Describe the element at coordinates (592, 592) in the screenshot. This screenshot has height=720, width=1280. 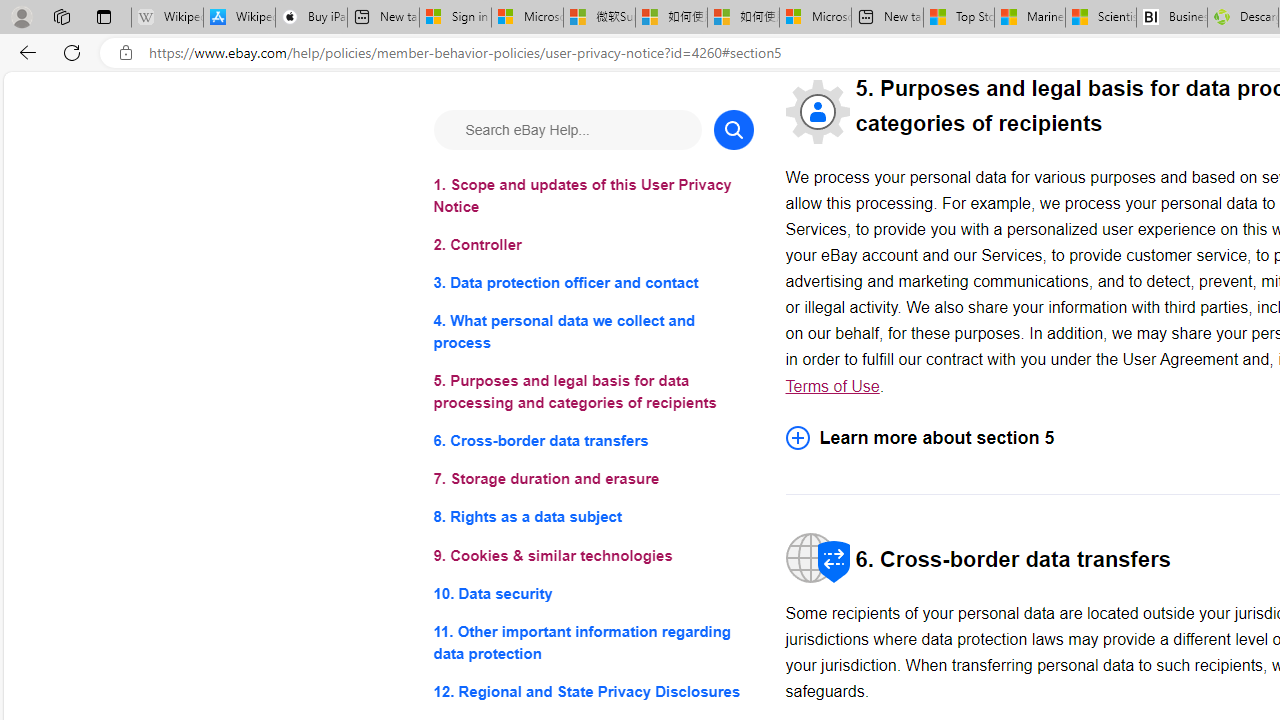
I see `'10. Data security'` at that location.